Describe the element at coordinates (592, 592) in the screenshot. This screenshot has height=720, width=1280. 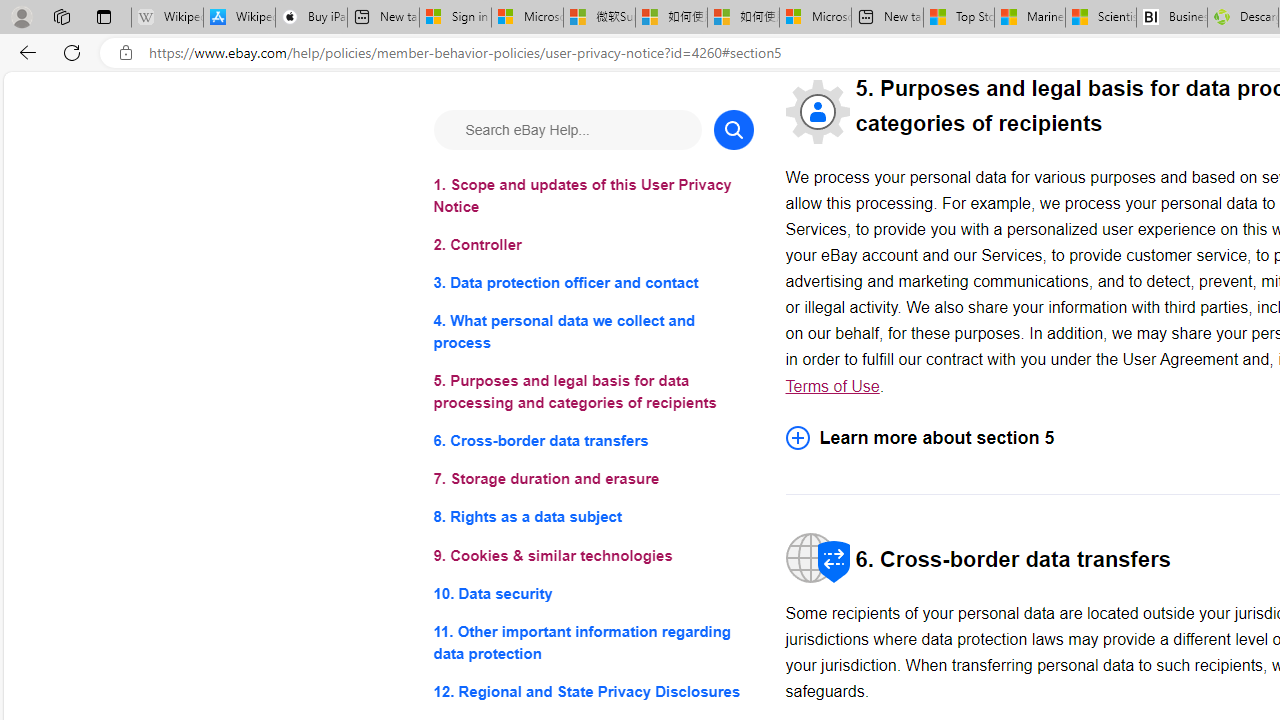
I see `'10. Data security'` at that location.